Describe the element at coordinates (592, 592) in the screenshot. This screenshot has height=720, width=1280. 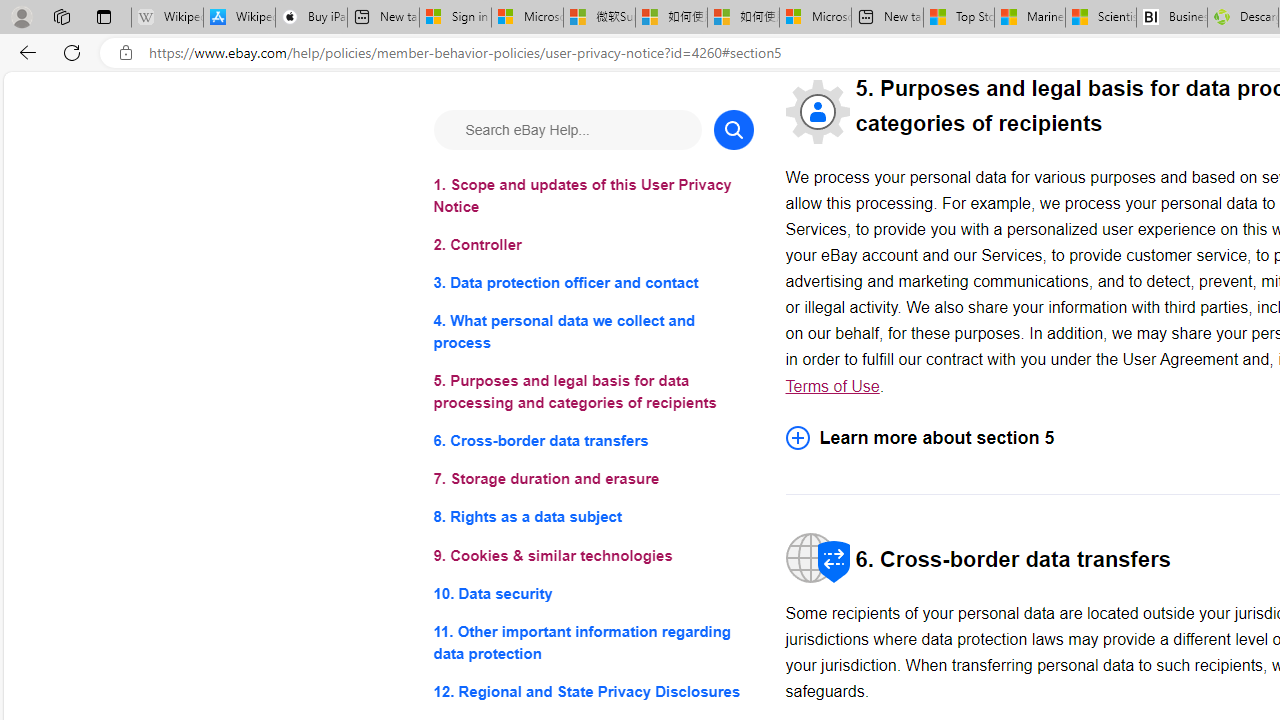
I see `'10. Data security'` at that location.